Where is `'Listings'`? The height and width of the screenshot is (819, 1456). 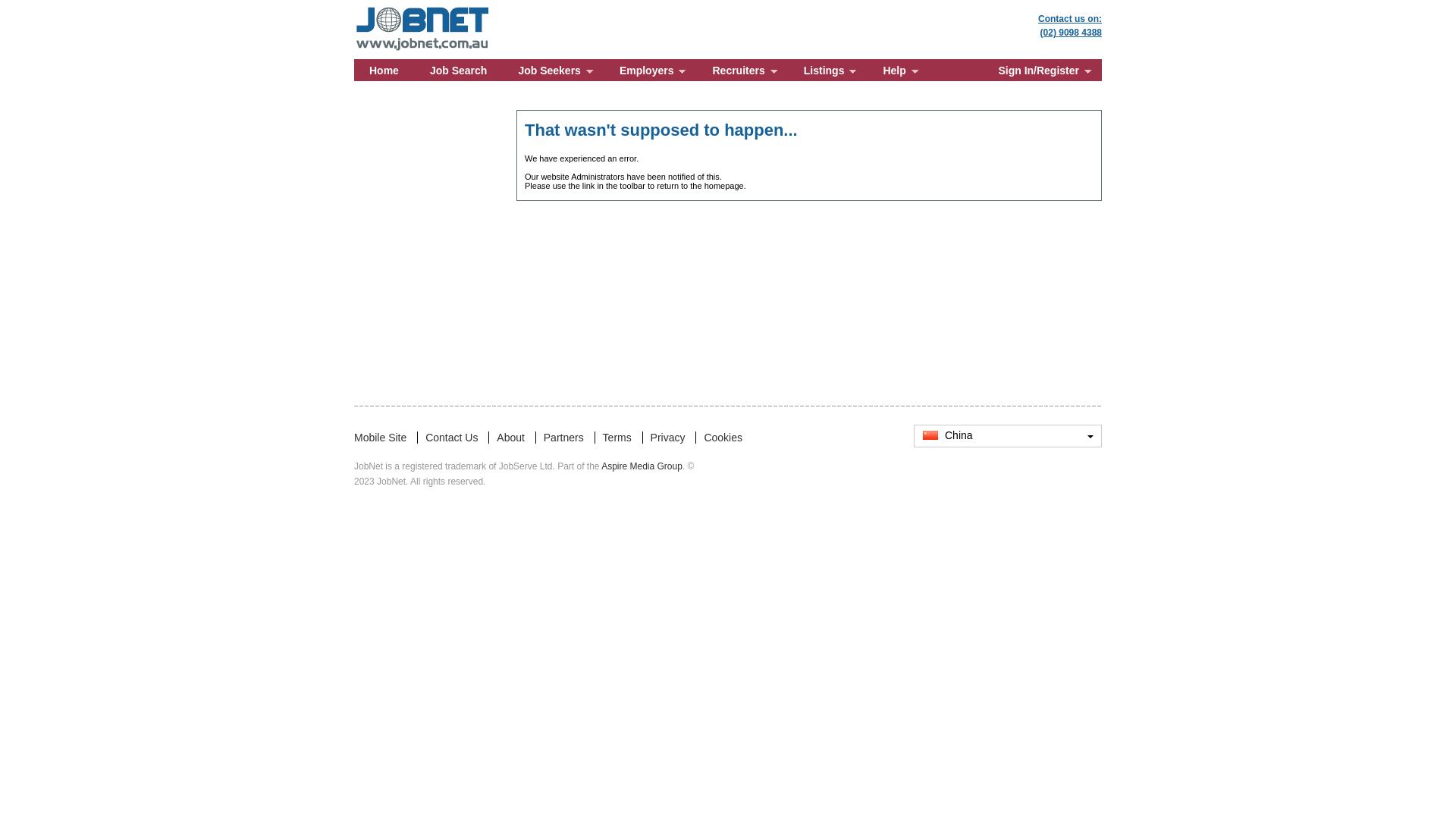
'Listings' is located at coordinates (827, 70).